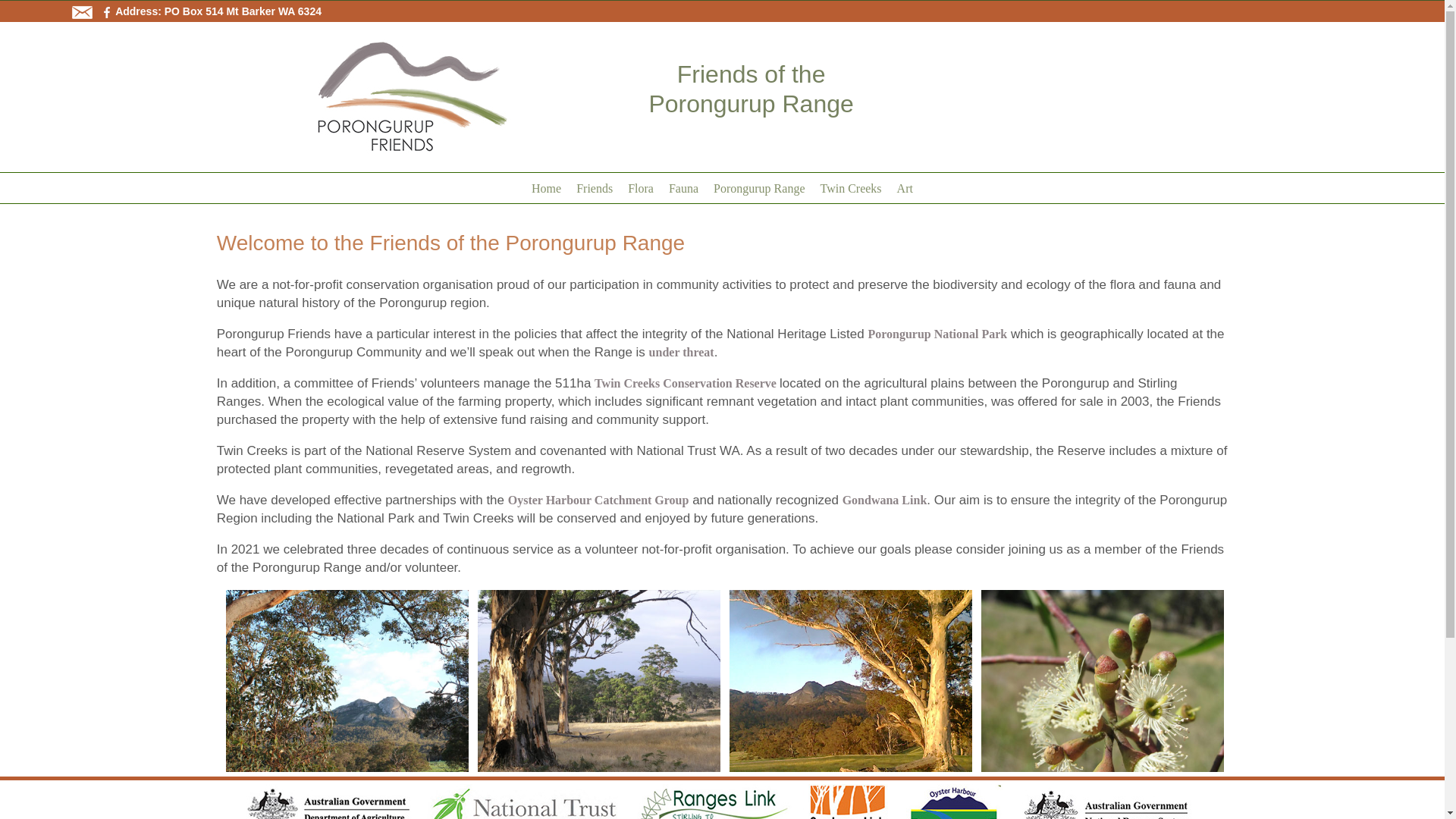 The image size is (1456, 819). I want to click on 'Porongurup Range', so click(759, 186).